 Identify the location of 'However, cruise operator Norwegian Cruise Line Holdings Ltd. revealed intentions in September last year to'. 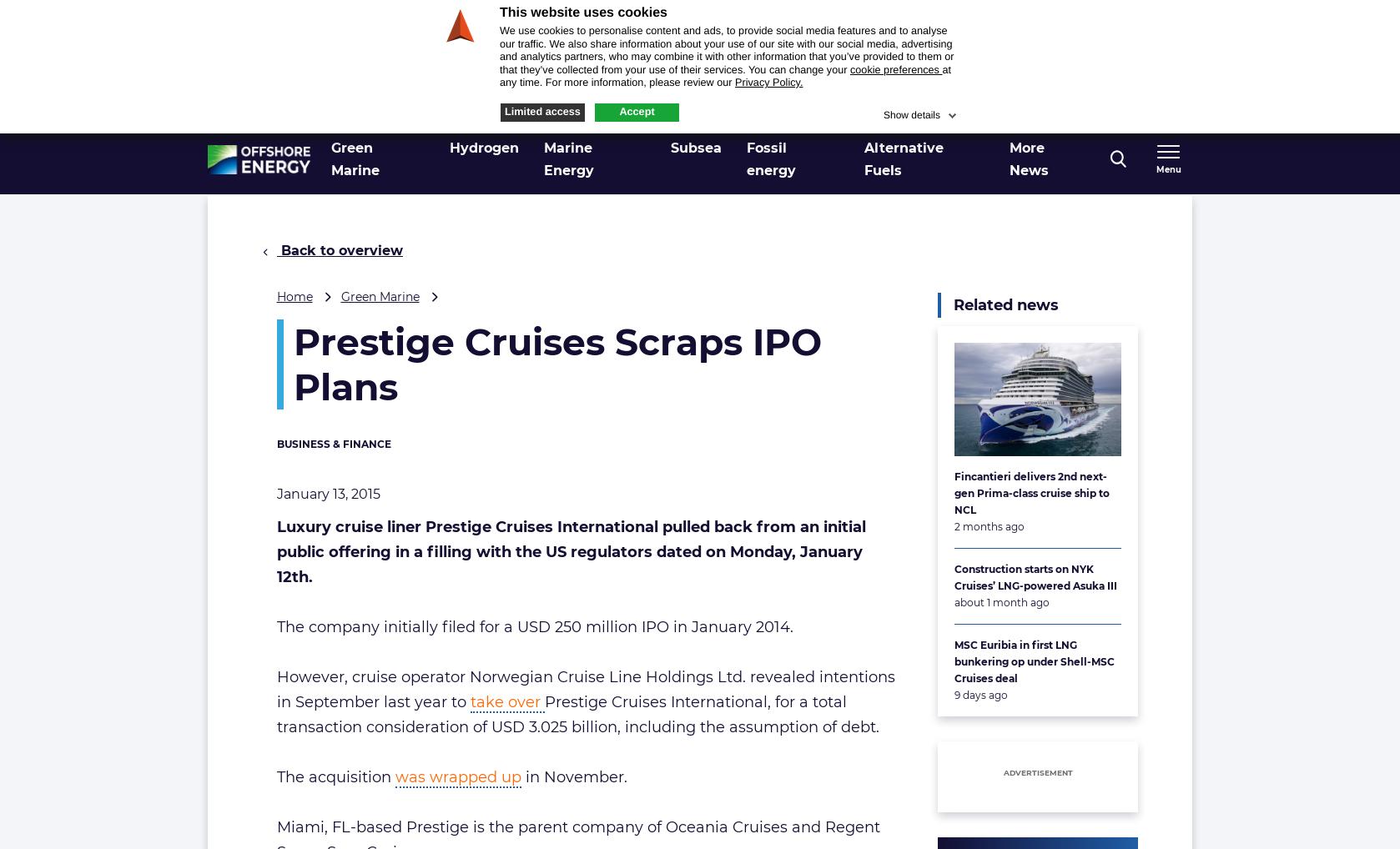
(584, 689).